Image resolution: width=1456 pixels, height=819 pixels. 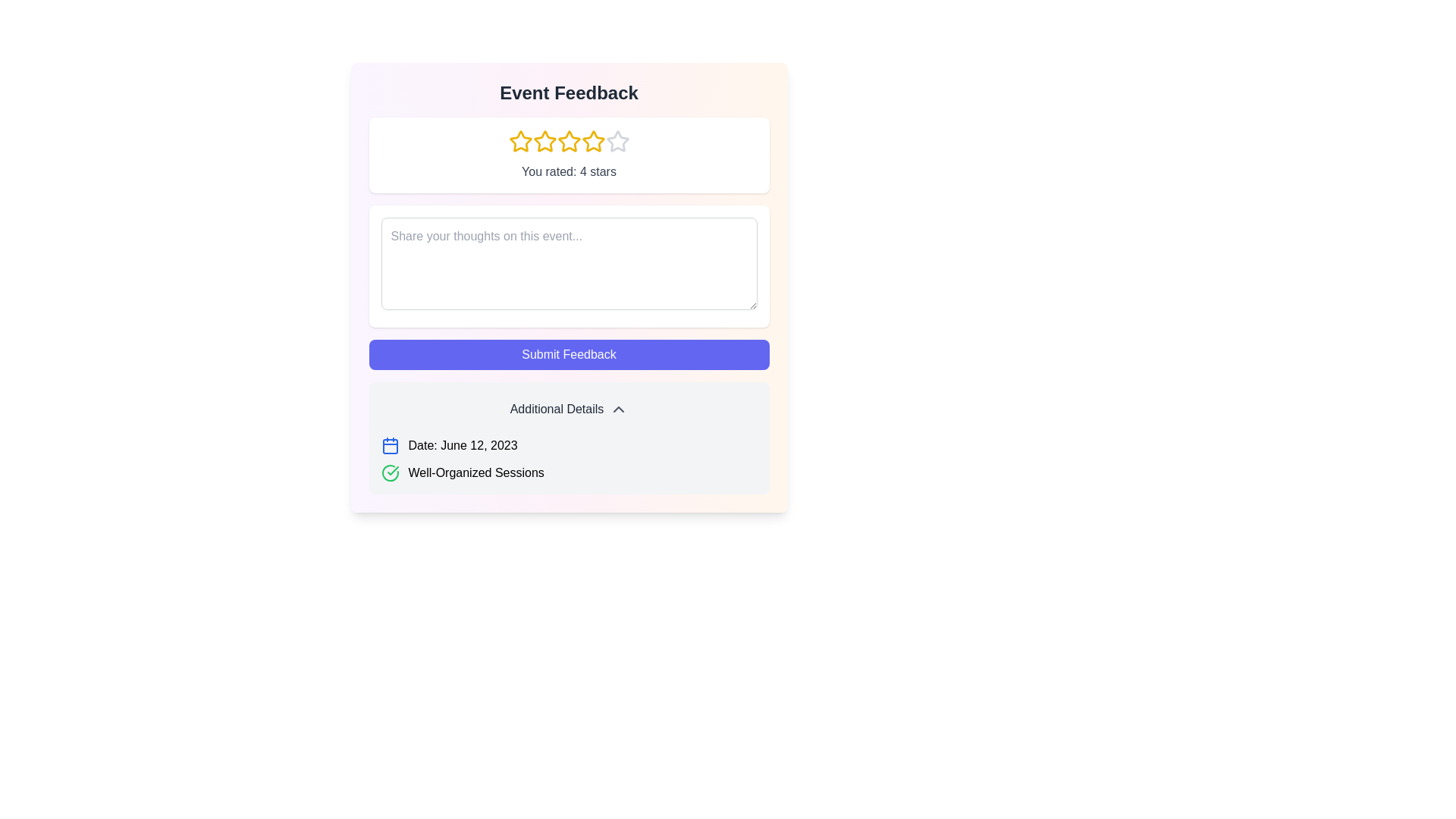 What do you see at coordinates (592, 141) in the screenshot?
I see `the fourth yellow star icon in the rating row` at bounding box center [592, 141].